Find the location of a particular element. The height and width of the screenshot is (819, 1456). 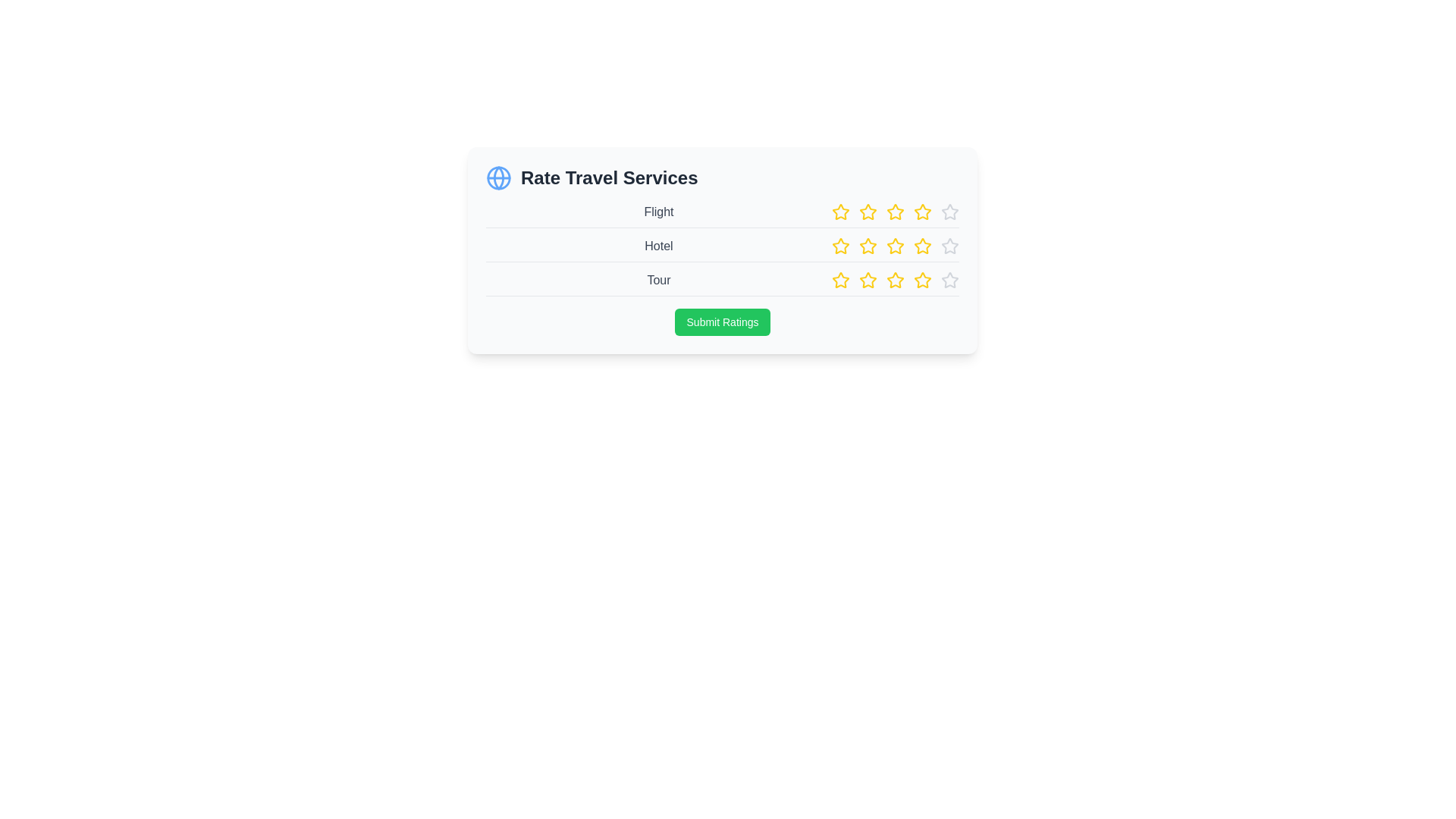

the stars in the rating panel located centrally below the title 'Rate Travel Services' to rate the categories of 'Flight,' 'Hotel,' and 'Tour.' is located at coordinates (722, 249).